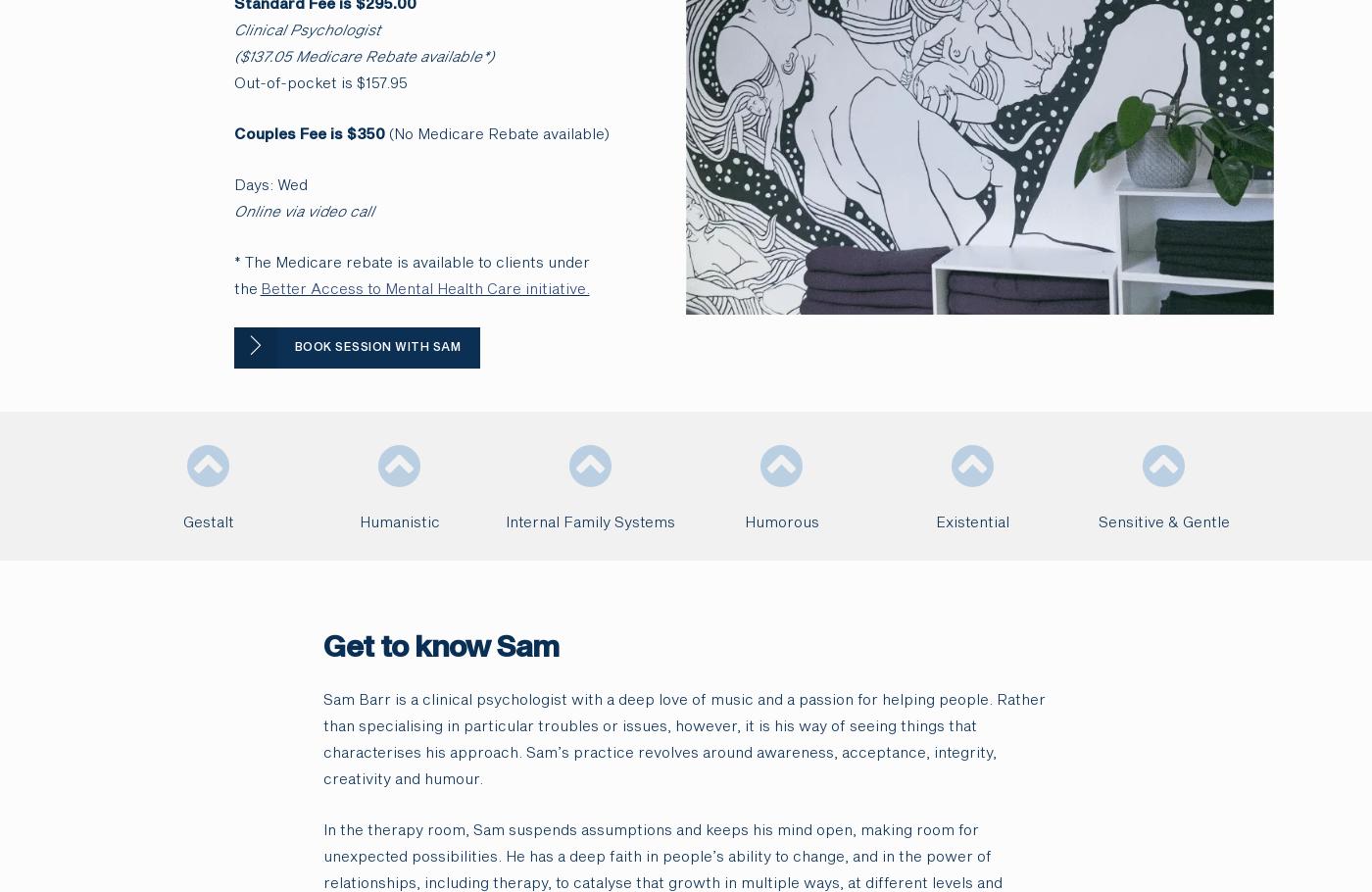 Image resolution: width=1372 pixels, height=892 pixels. I want to click on 'Days: Wed', so click(269, 185).